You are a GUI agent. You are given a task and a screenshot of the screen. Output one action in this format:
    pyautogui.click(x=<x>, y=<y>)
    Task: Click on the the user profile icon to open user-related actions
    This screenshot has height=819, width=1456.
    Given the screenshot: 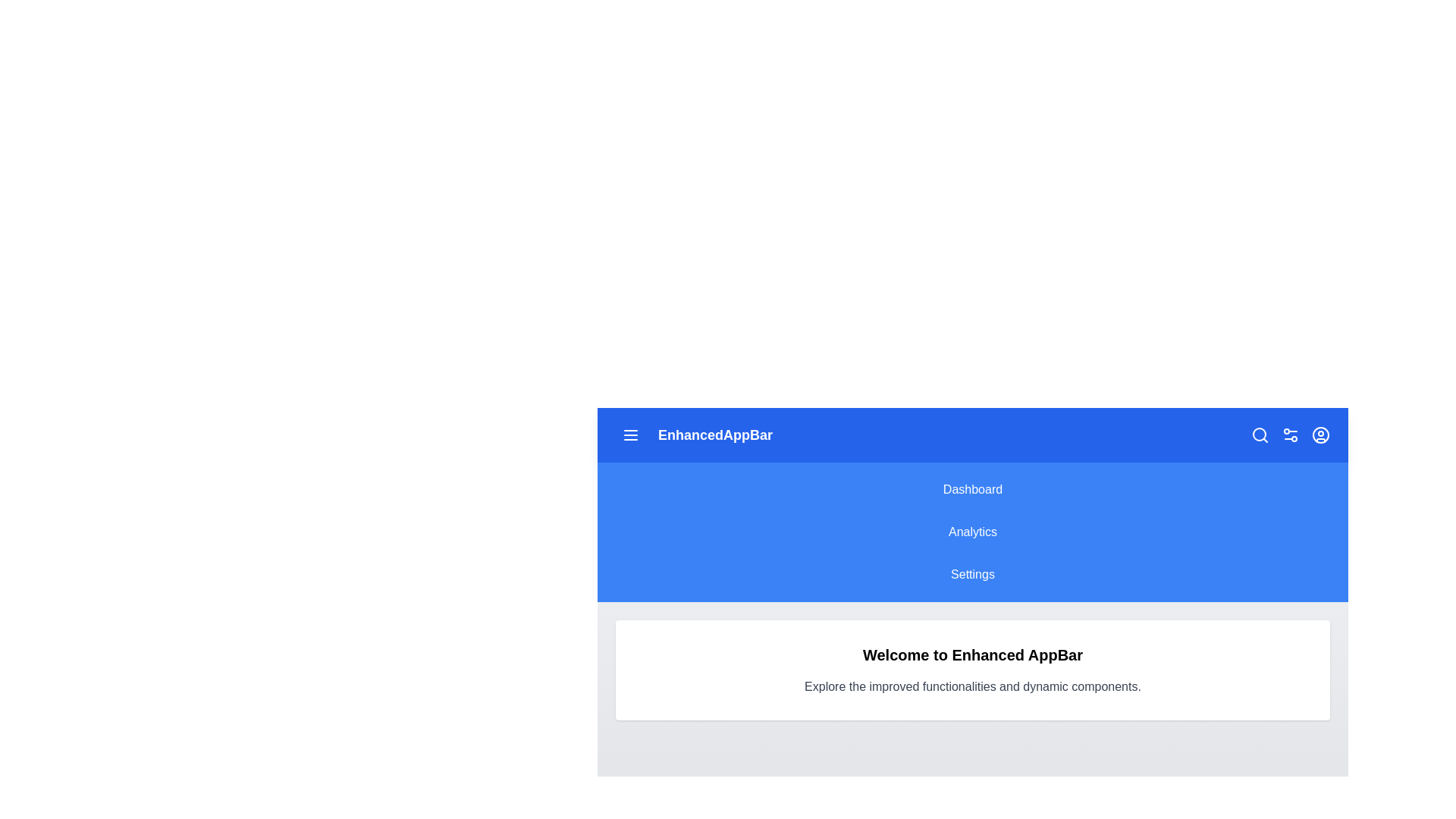 What is the action you would take?
    pyautogui.click(x=1320, y=435)
    